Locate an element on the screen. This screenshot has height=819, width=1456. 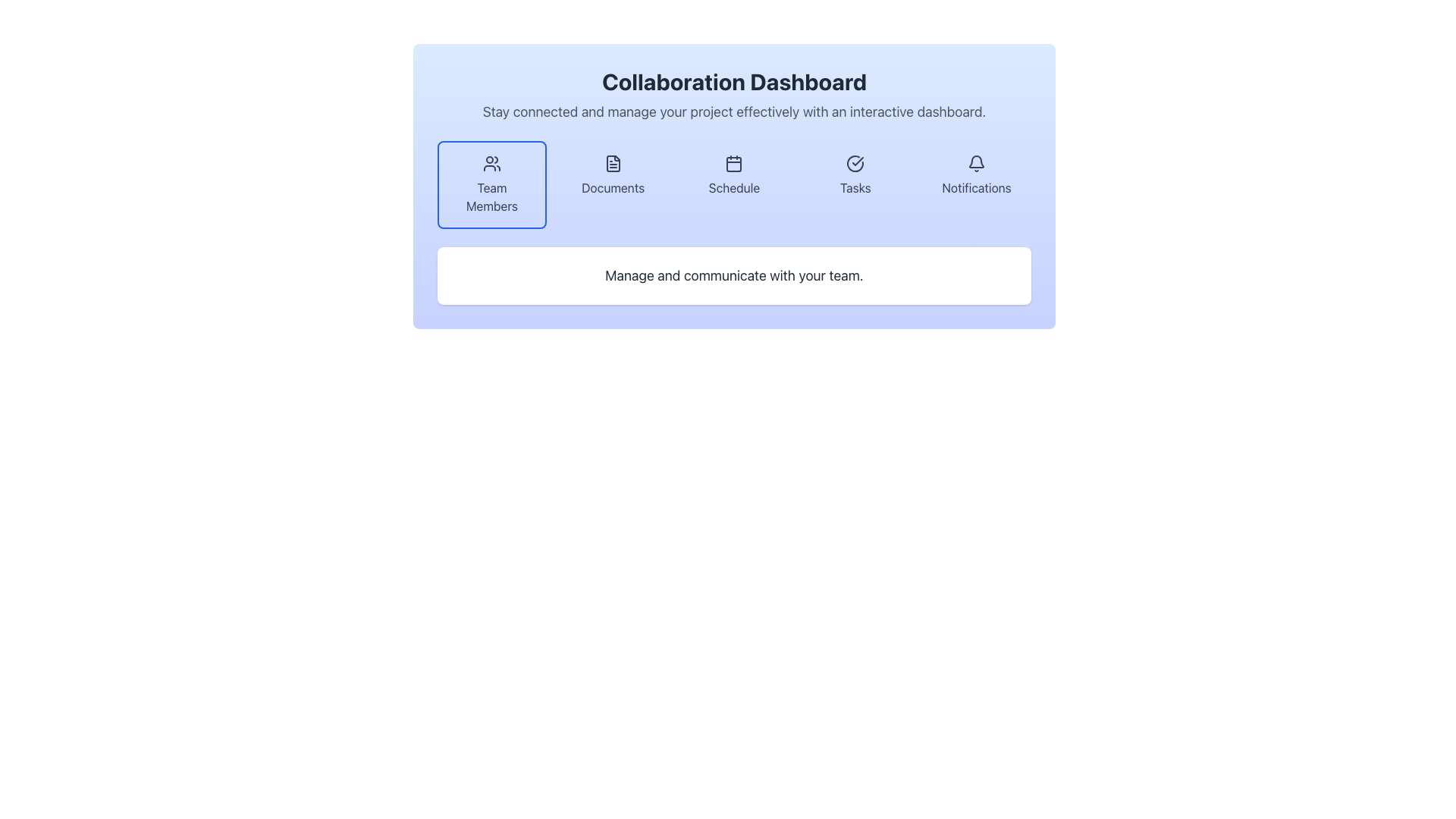
visual information from the checkmark icon component located in the center of the 'Tasks' section circle icon on the dashboard interface is located at coordinates (858, 161).